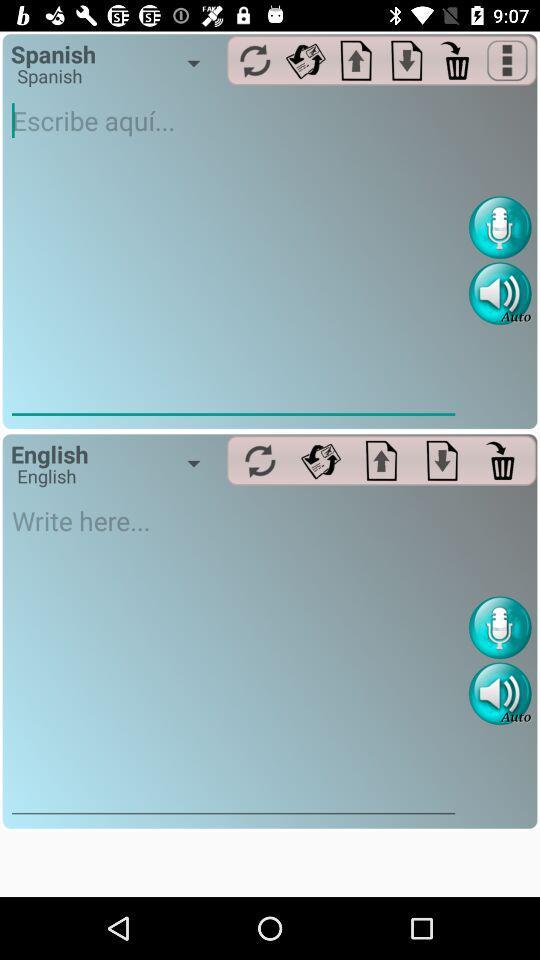 The image size is (540, 960). Describe the element at coordinates (406, 59) in the screenshot. I see `download option` at that location.